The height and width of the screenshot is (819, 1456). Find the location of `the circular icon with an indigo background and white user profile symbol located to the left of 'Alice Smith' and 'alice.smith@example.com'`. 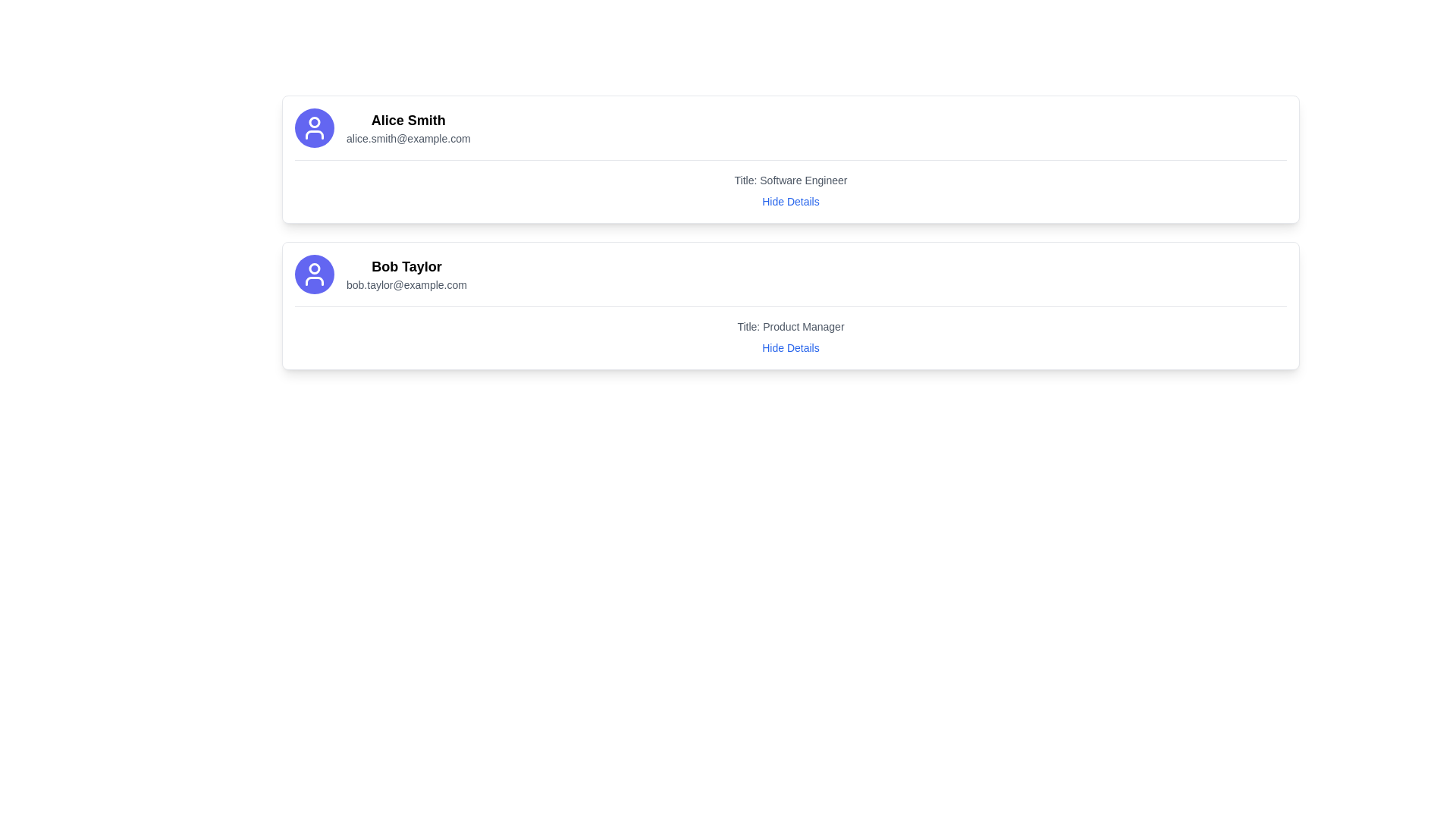

the circular icon with an indigo background and white user profile symbol located to the left of 'Alice Smith' and 'alice.smith@example.com' is located at coordinates (313, 127).